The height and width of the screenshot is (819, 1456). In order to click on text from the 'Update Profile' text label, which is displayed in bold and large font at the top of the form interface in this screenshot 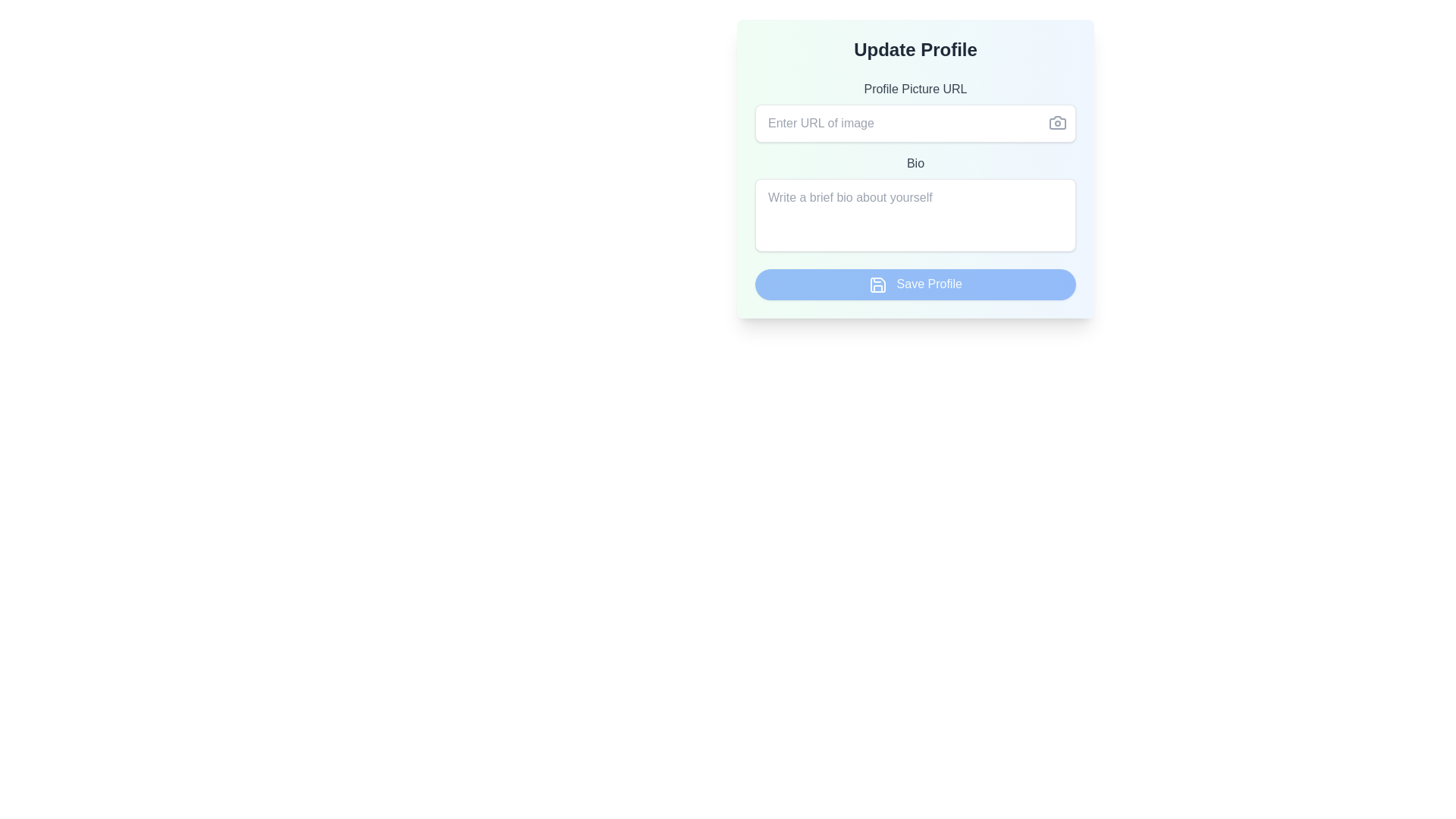, I will do `click(915, 49)`.